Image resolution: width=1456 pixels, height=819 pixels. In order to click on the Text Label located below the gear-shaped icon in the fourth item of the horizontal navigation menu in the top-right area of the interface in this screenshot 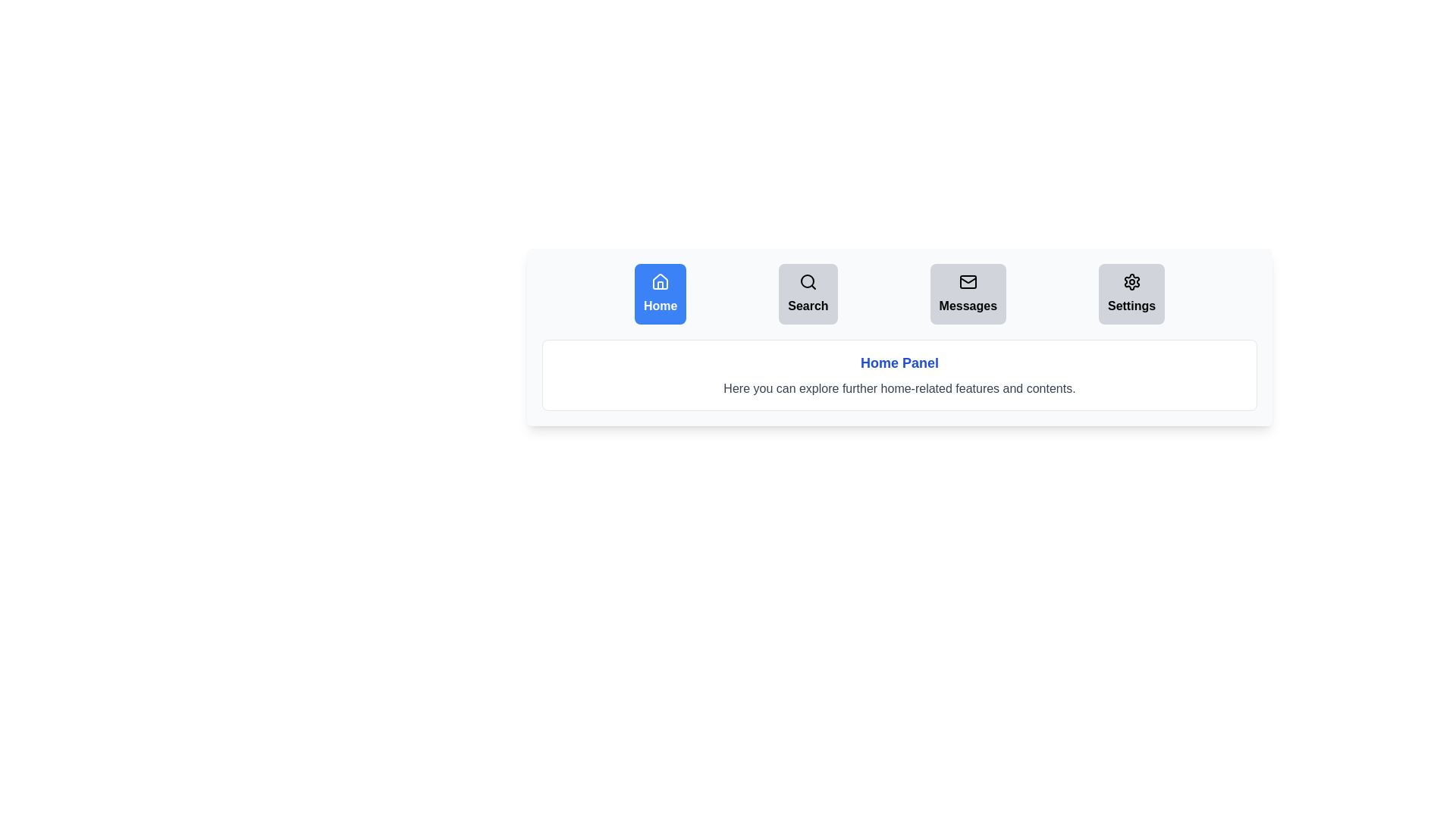, I will do `click(1131, 306)`.